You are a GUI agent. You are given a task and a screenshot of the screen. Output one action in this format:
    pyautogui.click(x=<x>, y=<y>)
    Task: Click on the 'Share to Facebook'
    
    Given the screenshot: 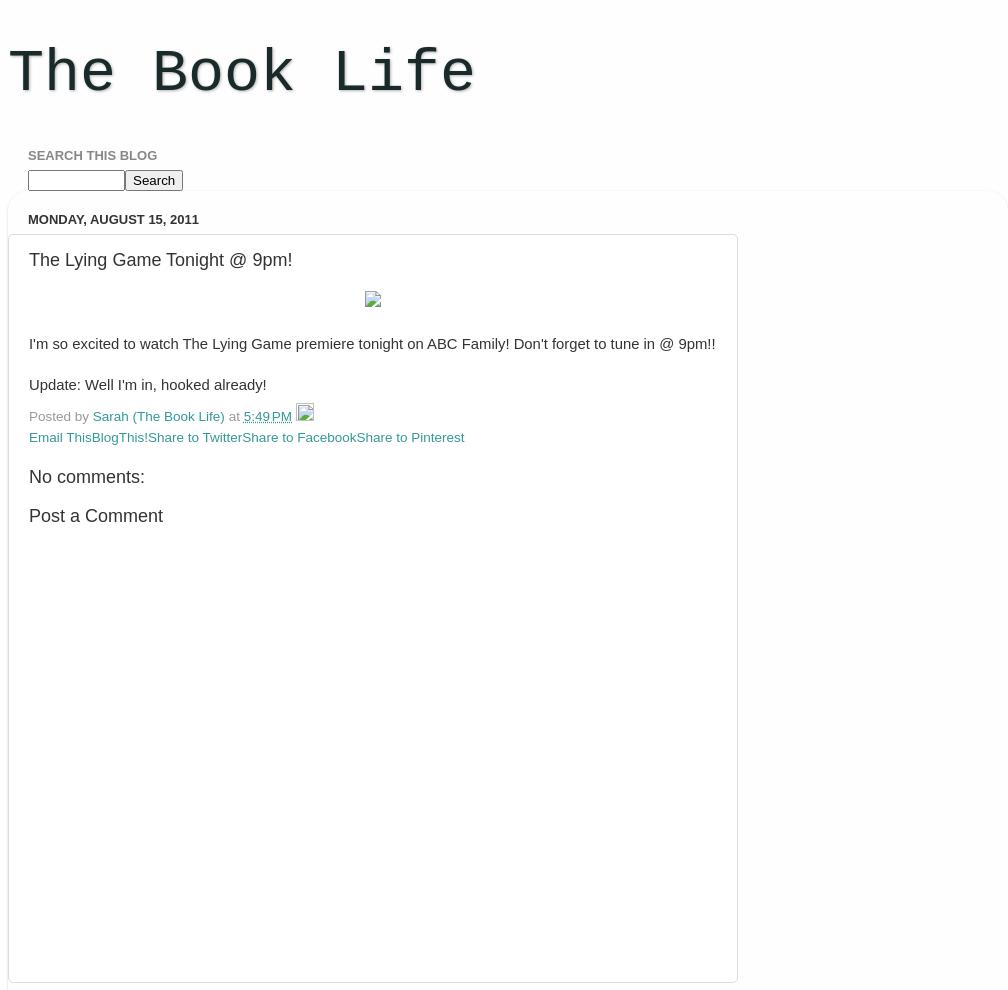 What is the action you would take?
    pyautogui.click(x=242, y=436)
    